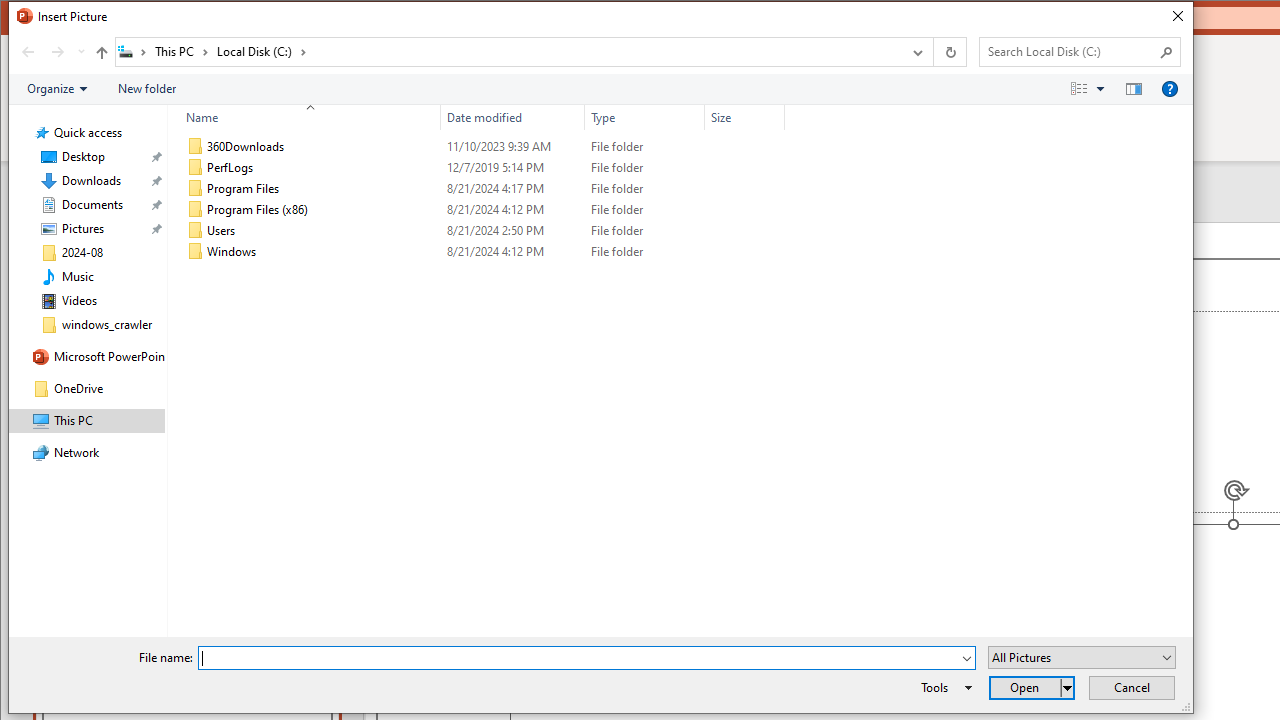  I want to click on 'File name:', so click(578, 658).